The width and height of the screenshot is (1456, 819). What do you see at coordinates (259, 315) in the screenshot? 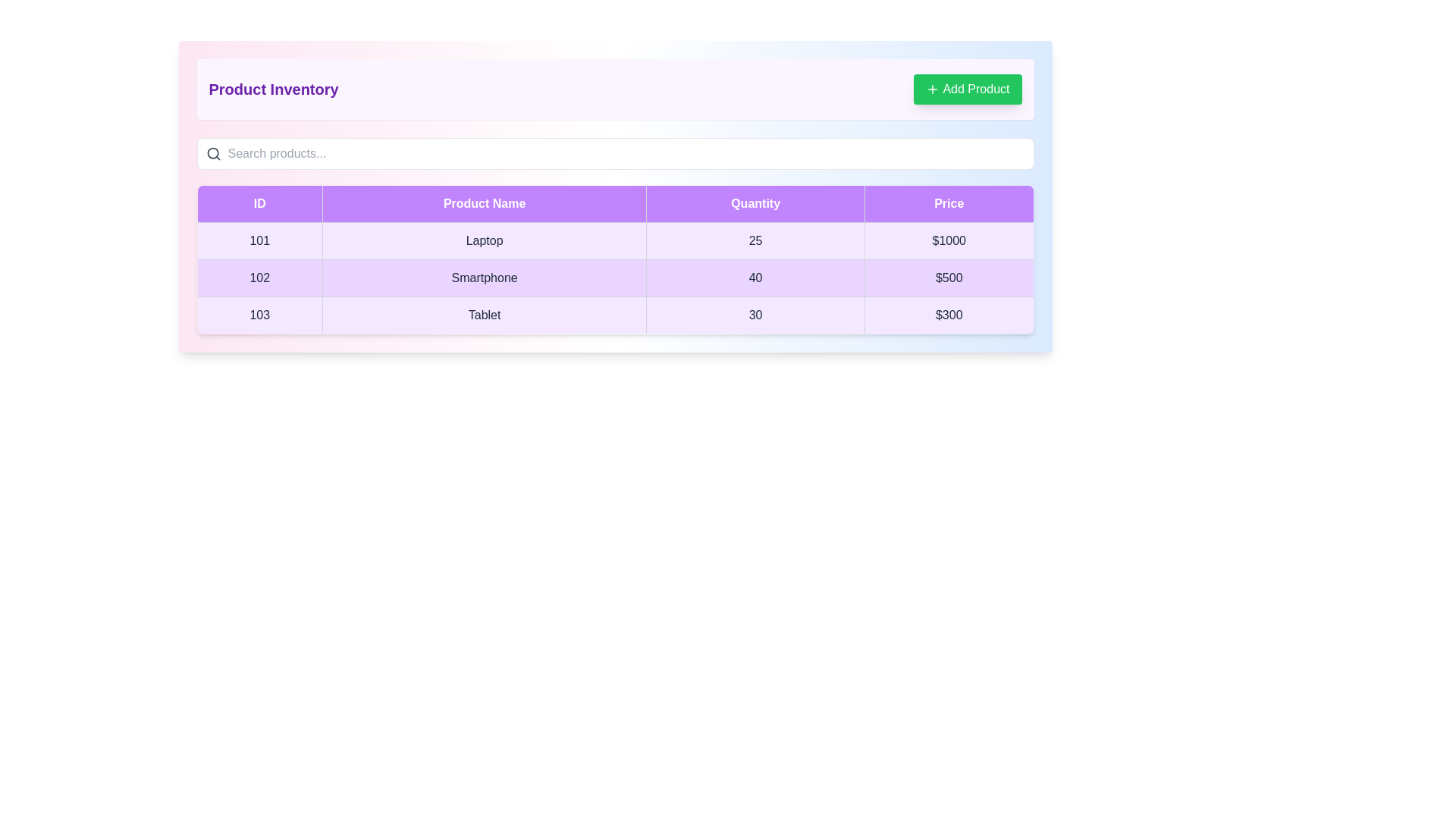
I see `the Text label that serves as a row identifier in the first column of the third row in a four-column table, located directly left of 'Tablet'` at bounding box center [259, 315].